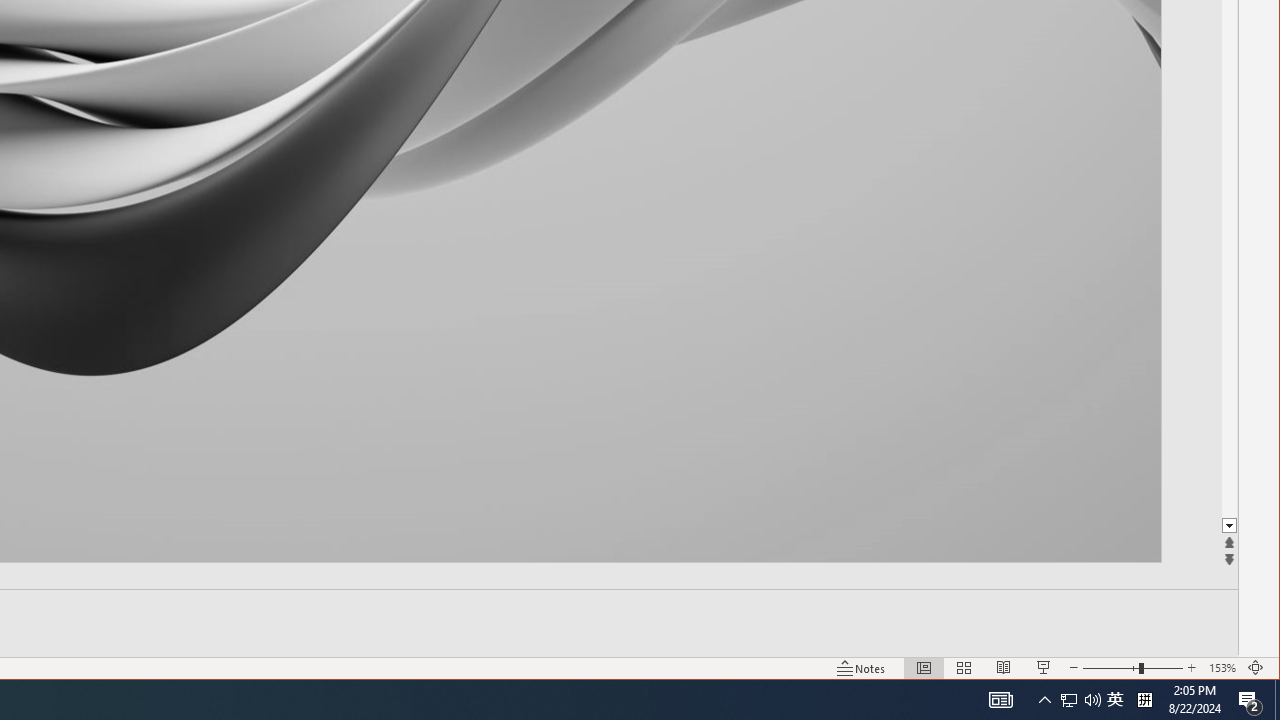  Describe the element at coordinates (1044, 698) in the screenshot. I see `'Notification Chevron'` at that location.